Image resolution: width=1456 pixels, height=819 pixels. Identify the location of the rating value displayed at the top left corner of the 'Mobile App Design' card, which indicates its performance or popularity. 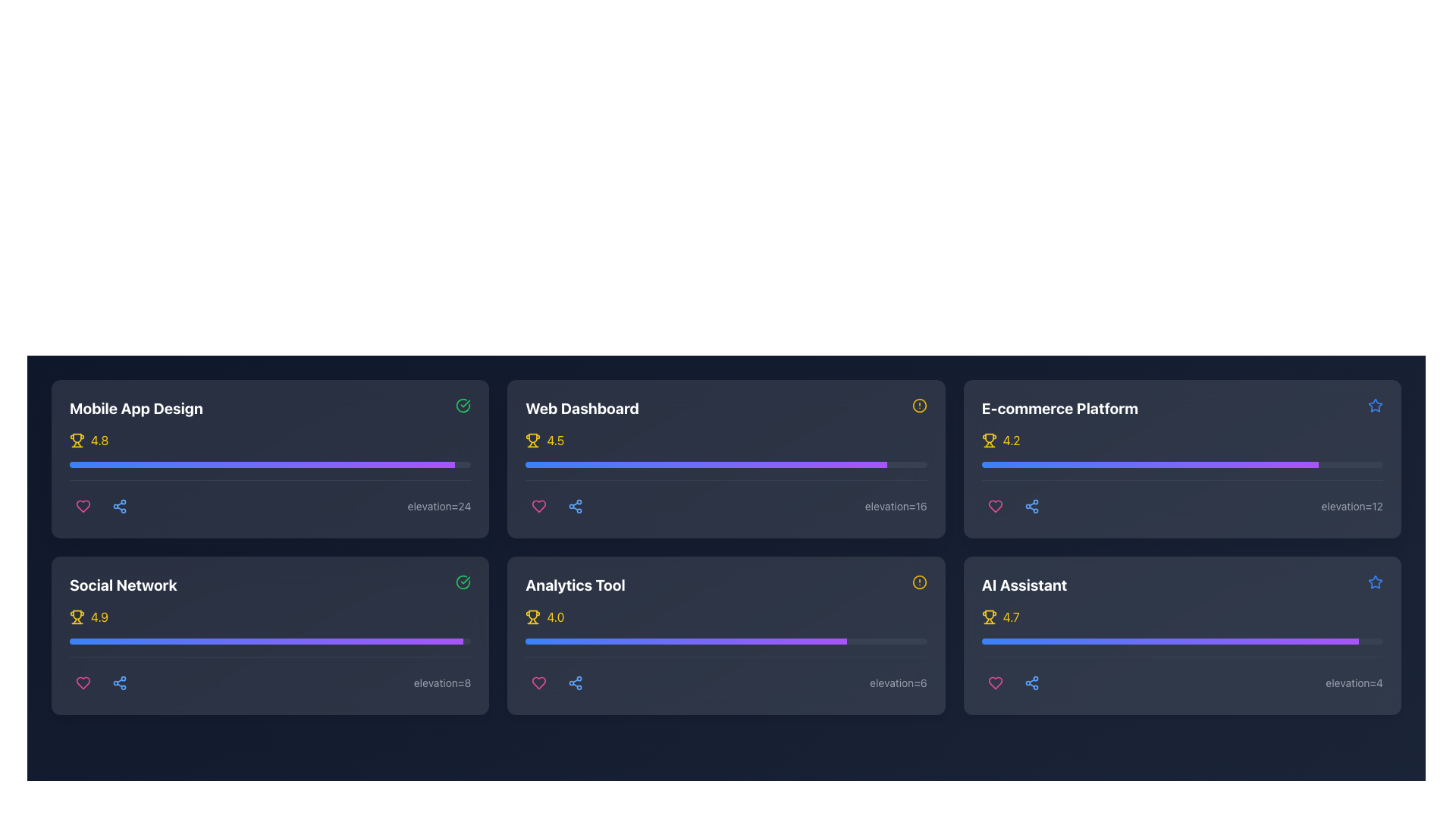
(270, 441).